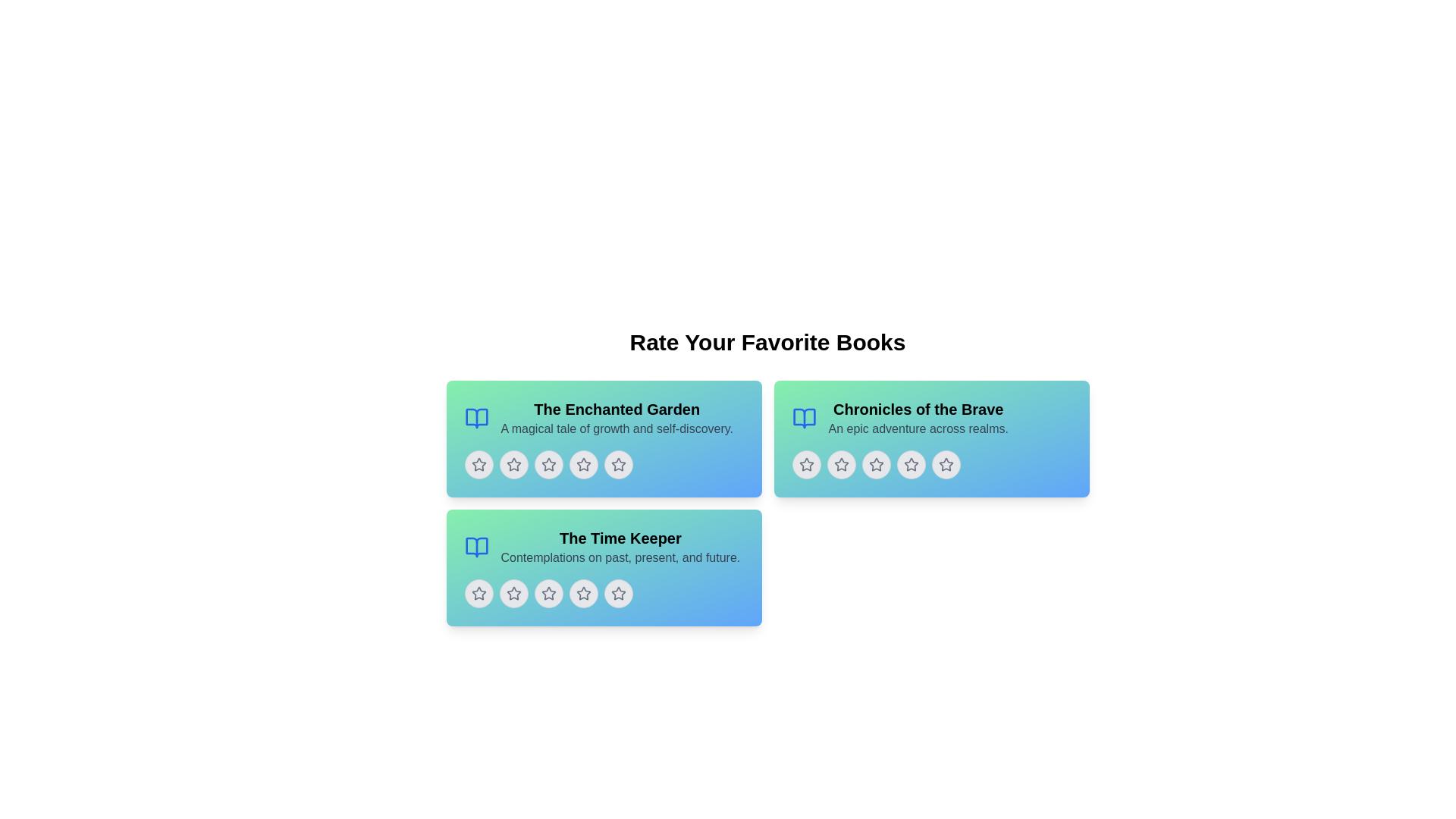 This screenshot has width=1456, height=819. Describe the element at coordinates (945, 464) in the screenshot. I see `the clickable star rating element located in the 'Chronicles of the Brave' rating section` at that location.